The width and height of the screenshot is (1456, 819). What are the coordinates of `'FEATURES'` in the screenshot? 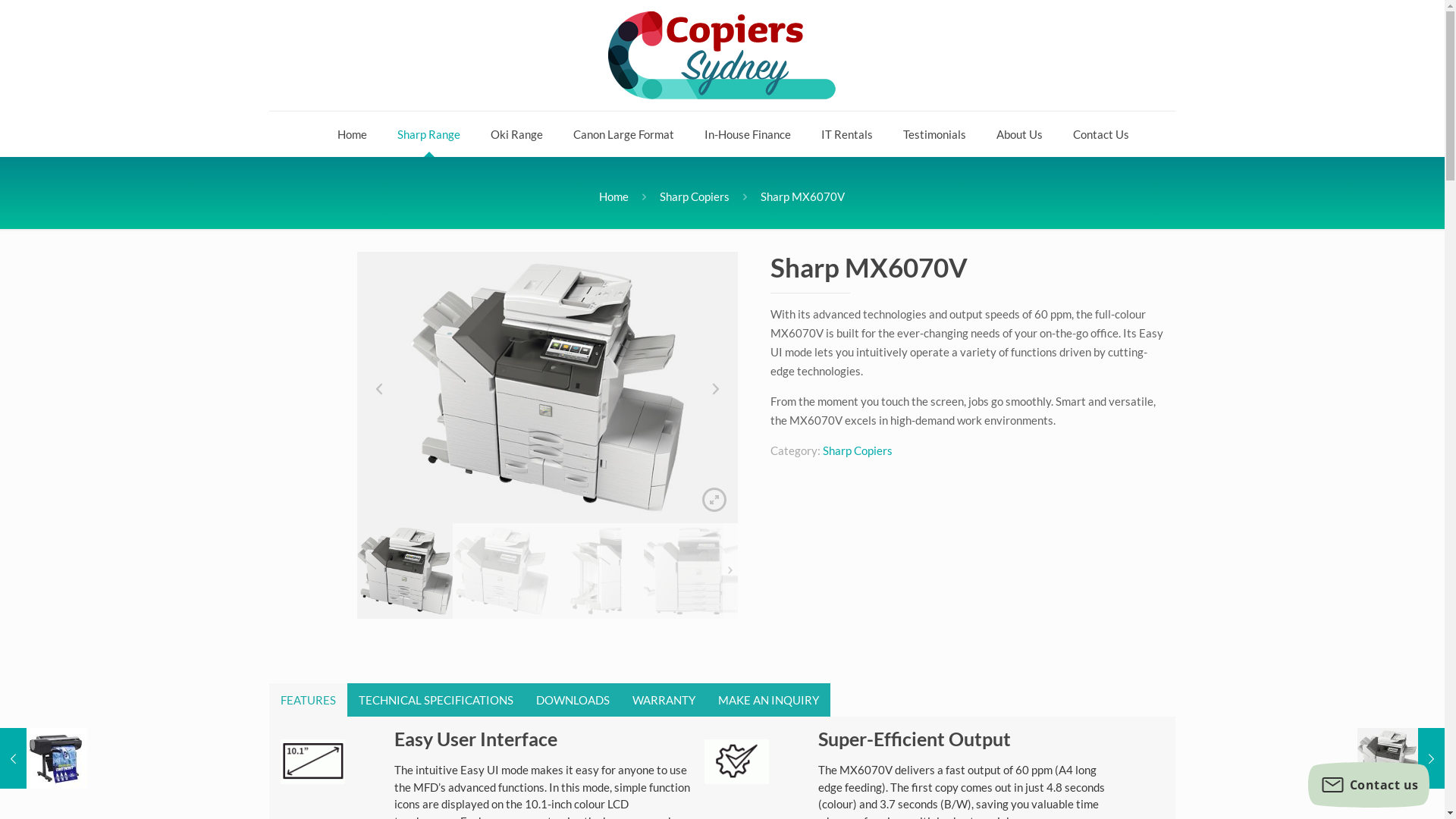 It's located at (307, 700).